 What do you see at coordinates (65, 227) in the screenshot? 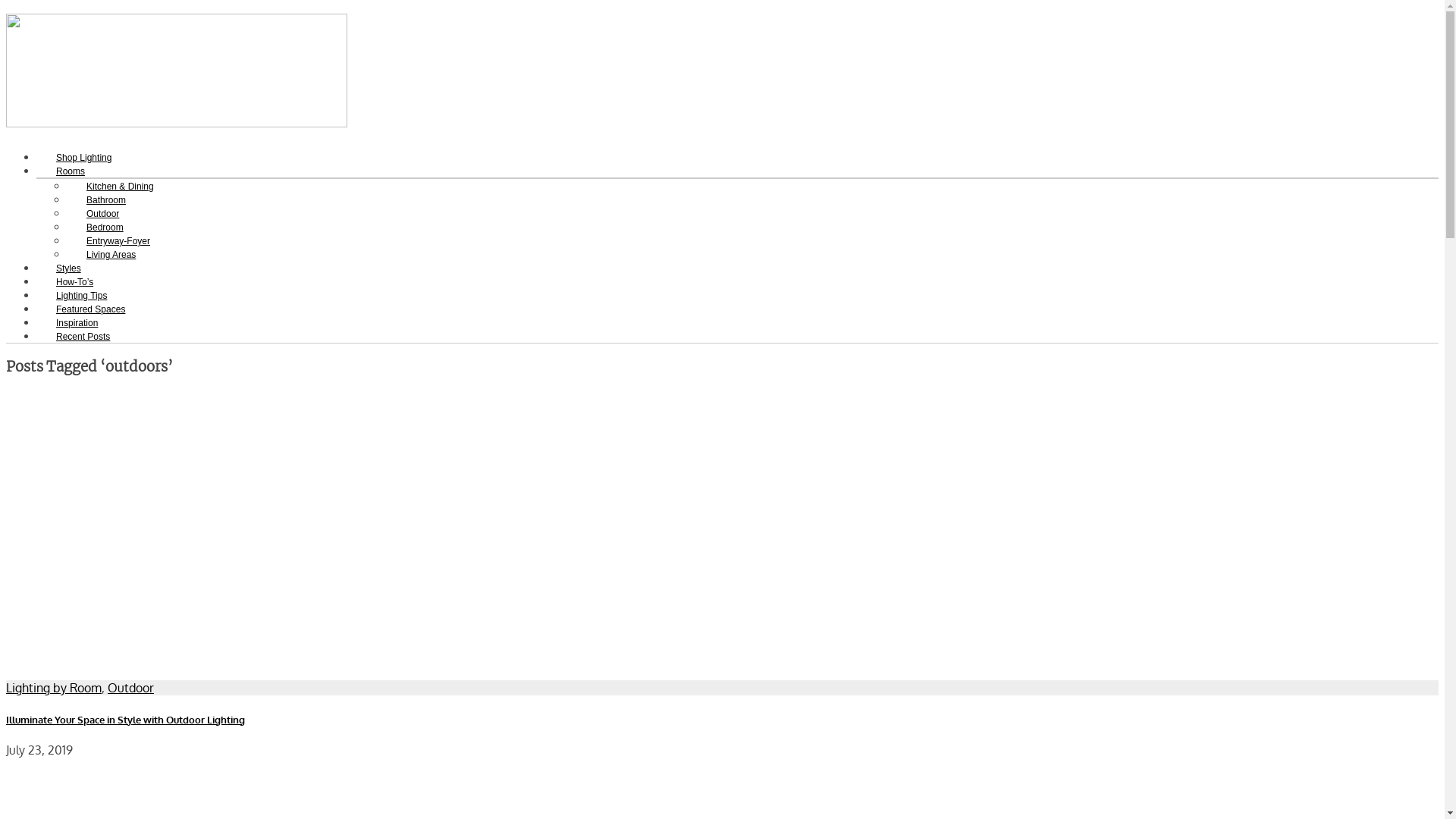
I see `'Bedroom'` at bounding box center [65, 227].